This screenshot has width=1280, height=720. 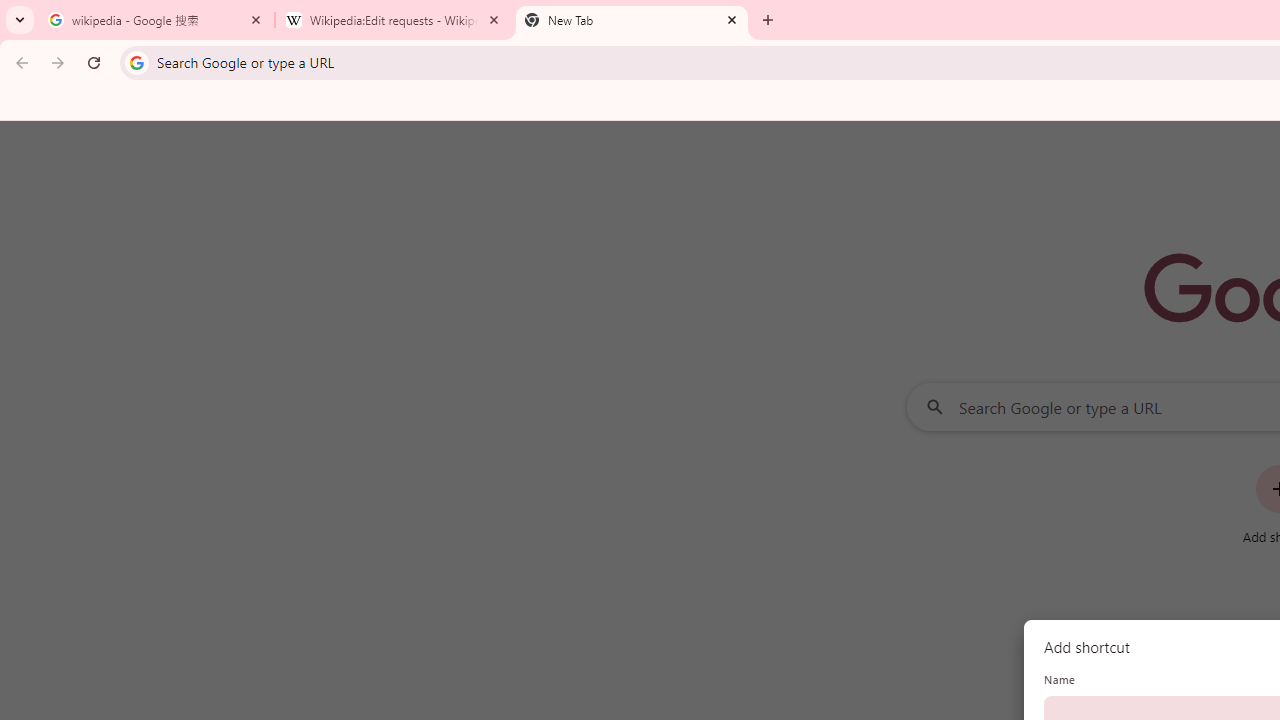 What do you see at coordinates (93, 61) in the screenshot?
I see `'Reload'` at bounding box center [93, 61].